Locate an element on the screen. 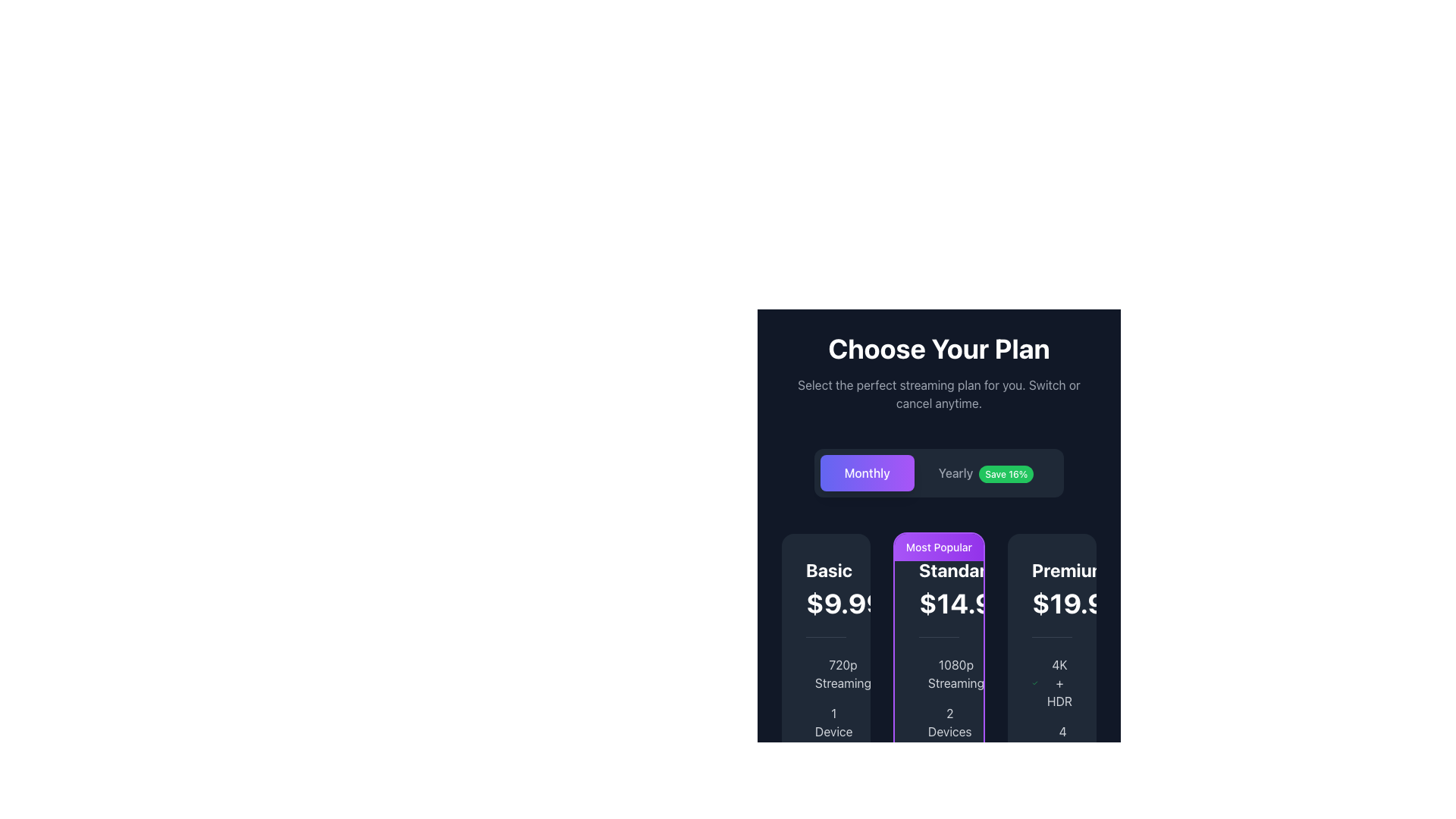  the green rectangular badge with white text that reads 'Save 16%', which is positioned to the right of the 'Yearly' button is located at coordinates (1006, 473).